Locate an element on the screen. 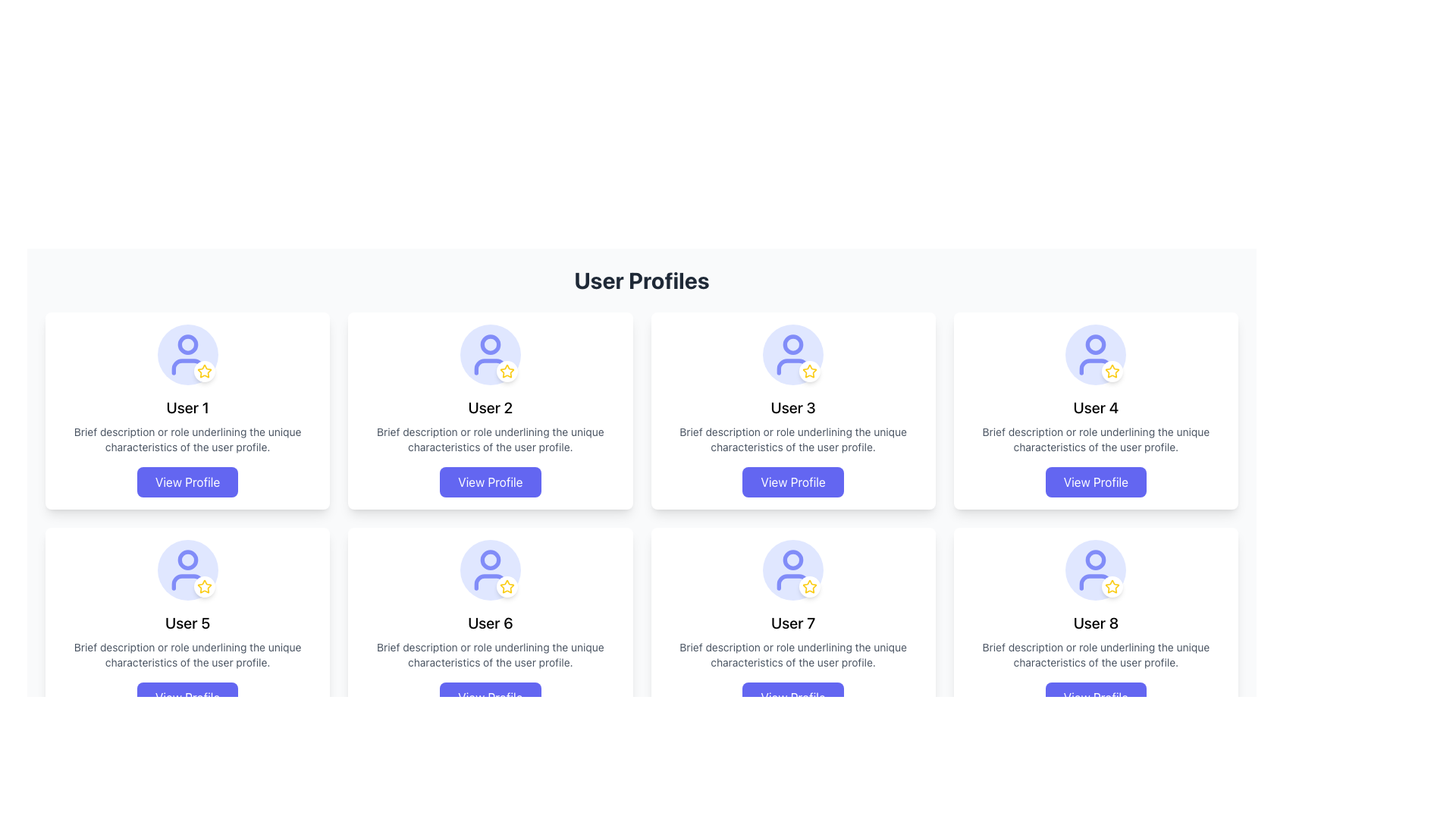 This screenshot has height=819, width=1456. the head circle of the user icon graphic in the profile card of 'User 7', located at the bottom row, second from the left is located at coordinates (792, 560).